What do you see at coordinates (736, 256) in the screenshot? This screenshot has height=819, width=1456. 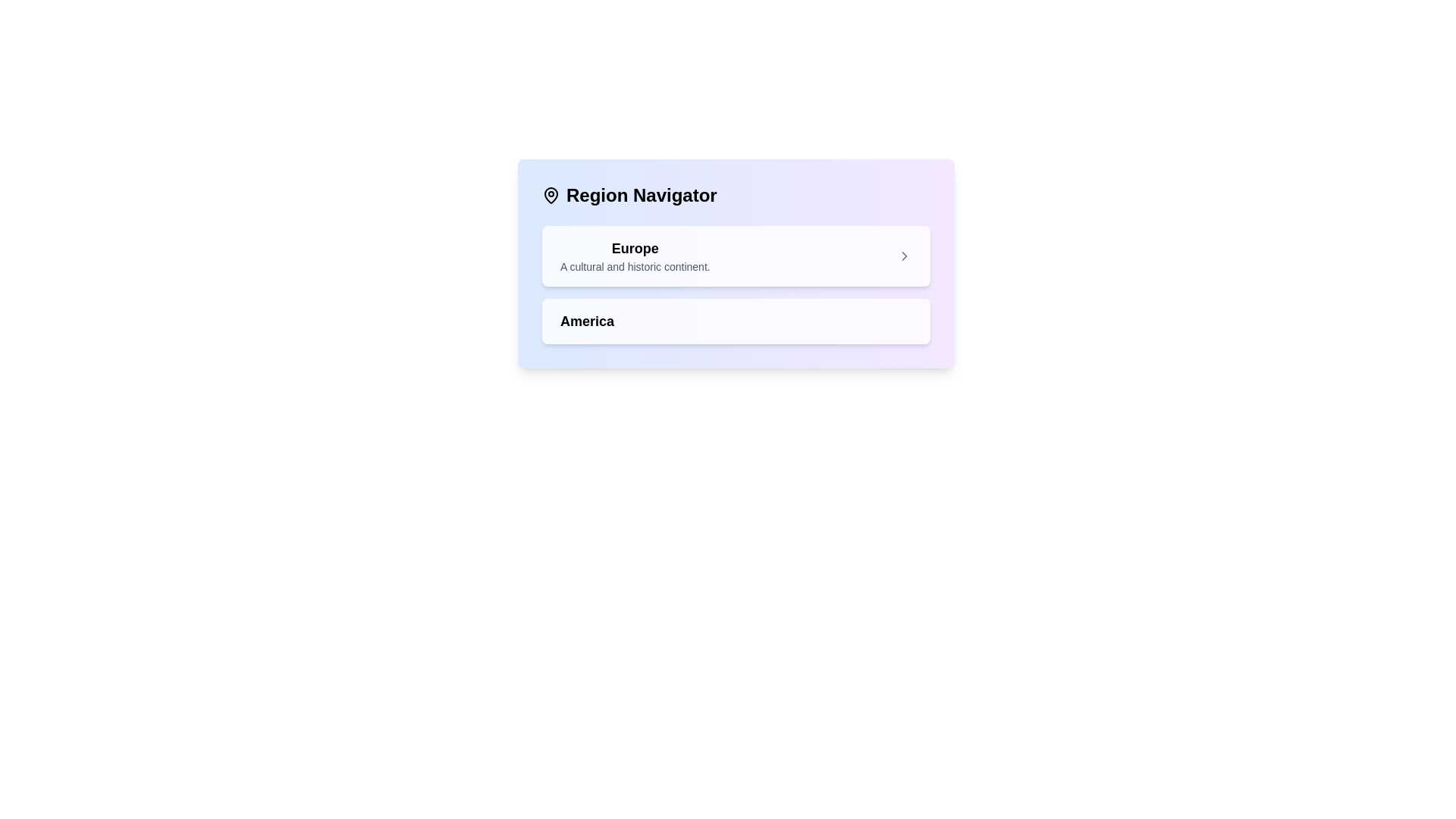 I see `the first clickable list item representing the region 'Europe' within the 'Region Navigator'` at bounding box center [736, 256].